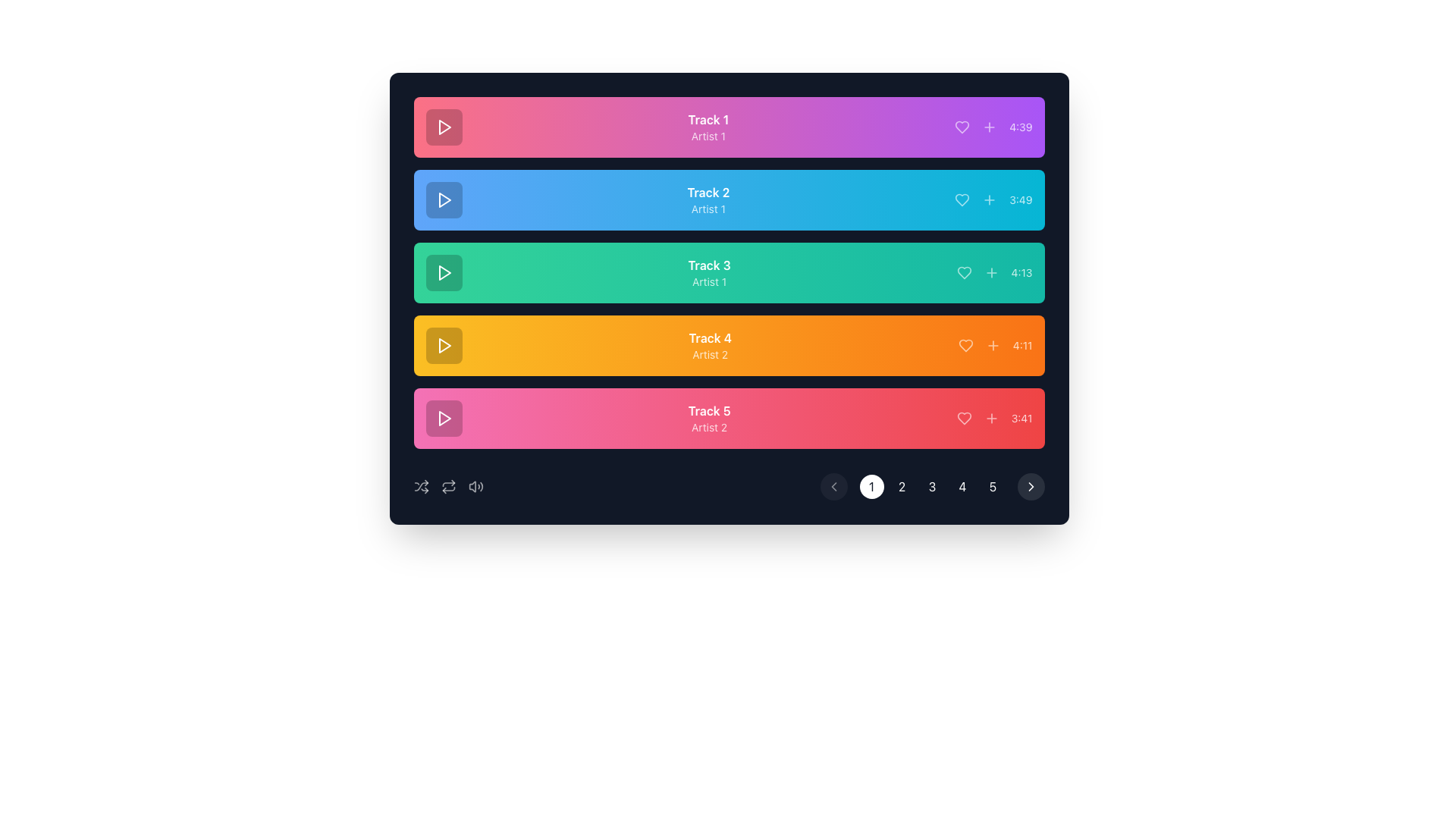 This screenshot has width=1456, height=819. Describe the element at coordinates (444, 271) in the screenshot. I see `the play button icon in the green section of the 'Track 3' row` at that location.